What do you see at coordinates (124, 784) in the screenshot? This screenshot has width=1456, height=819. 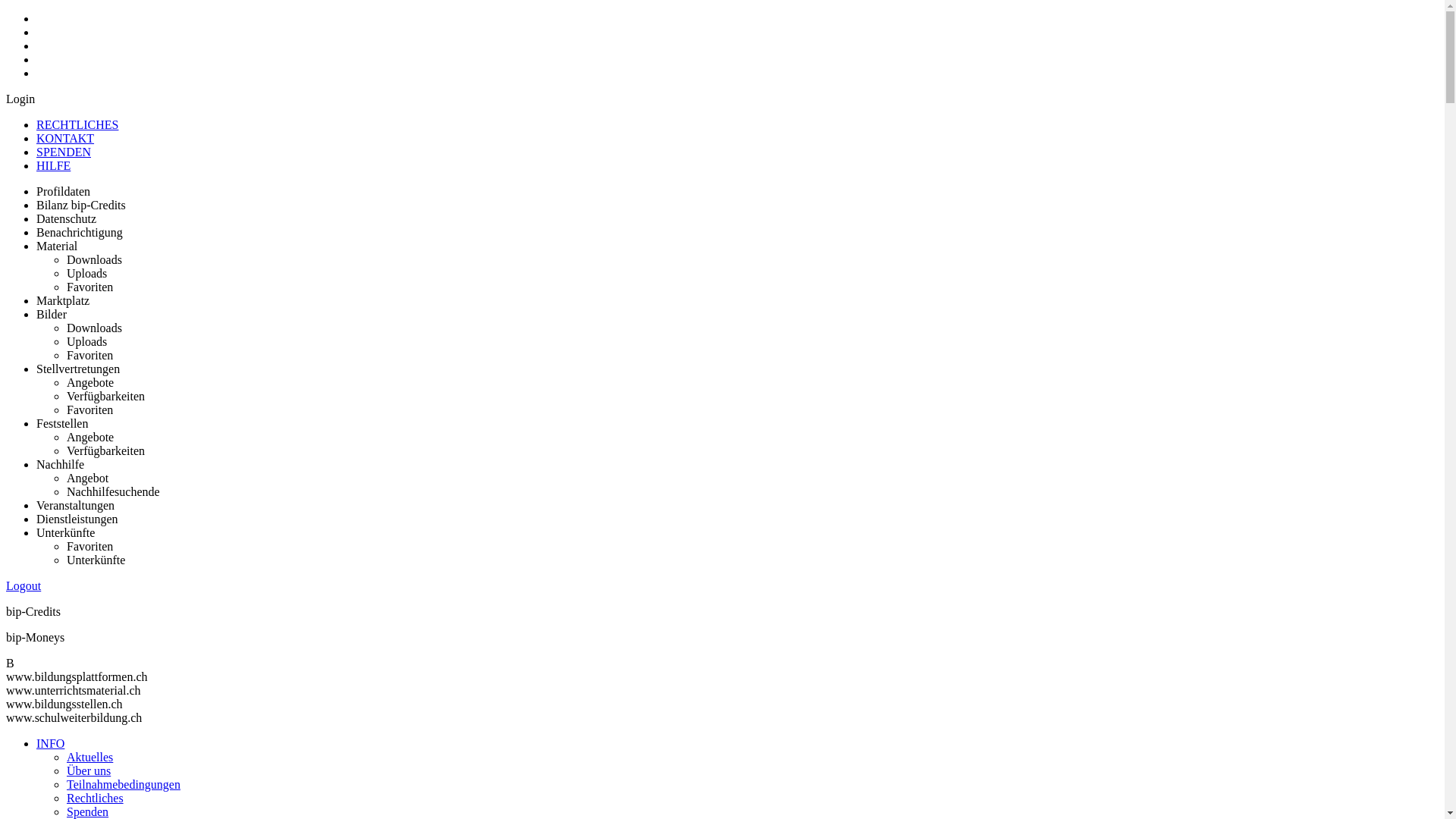 I see `'Teilnahmebedingungen'` at bounding box center [124, 784].